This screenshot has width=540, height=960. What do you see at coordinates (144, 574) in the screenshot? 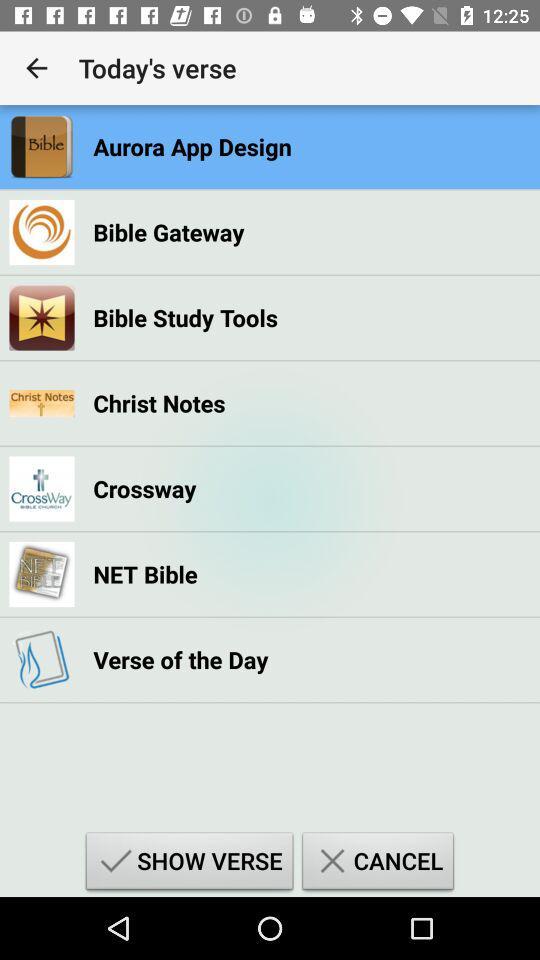
I see `the net bible` at bounding box center [144, 574].